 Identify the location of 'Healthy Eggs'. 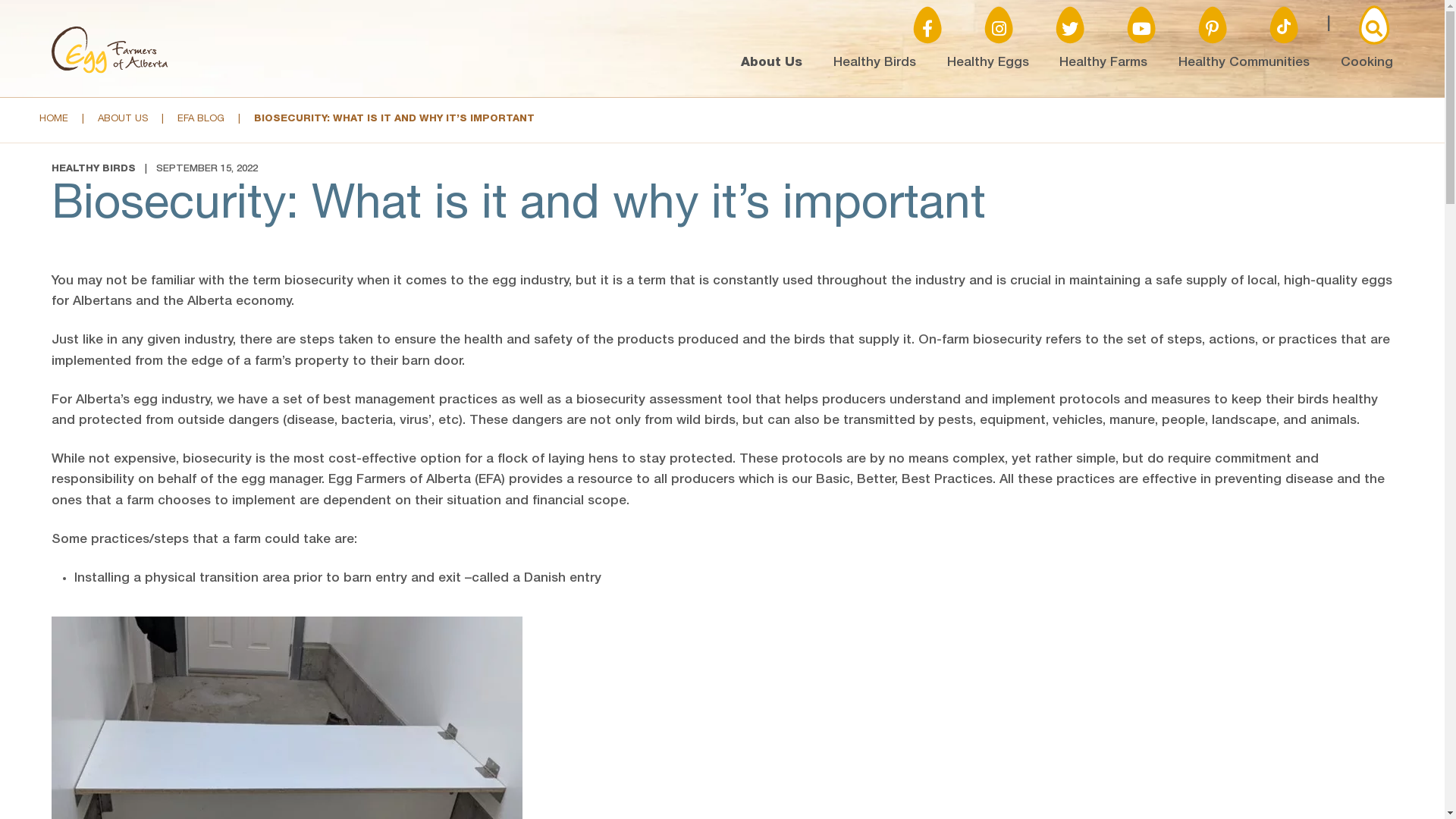
(987, 62).